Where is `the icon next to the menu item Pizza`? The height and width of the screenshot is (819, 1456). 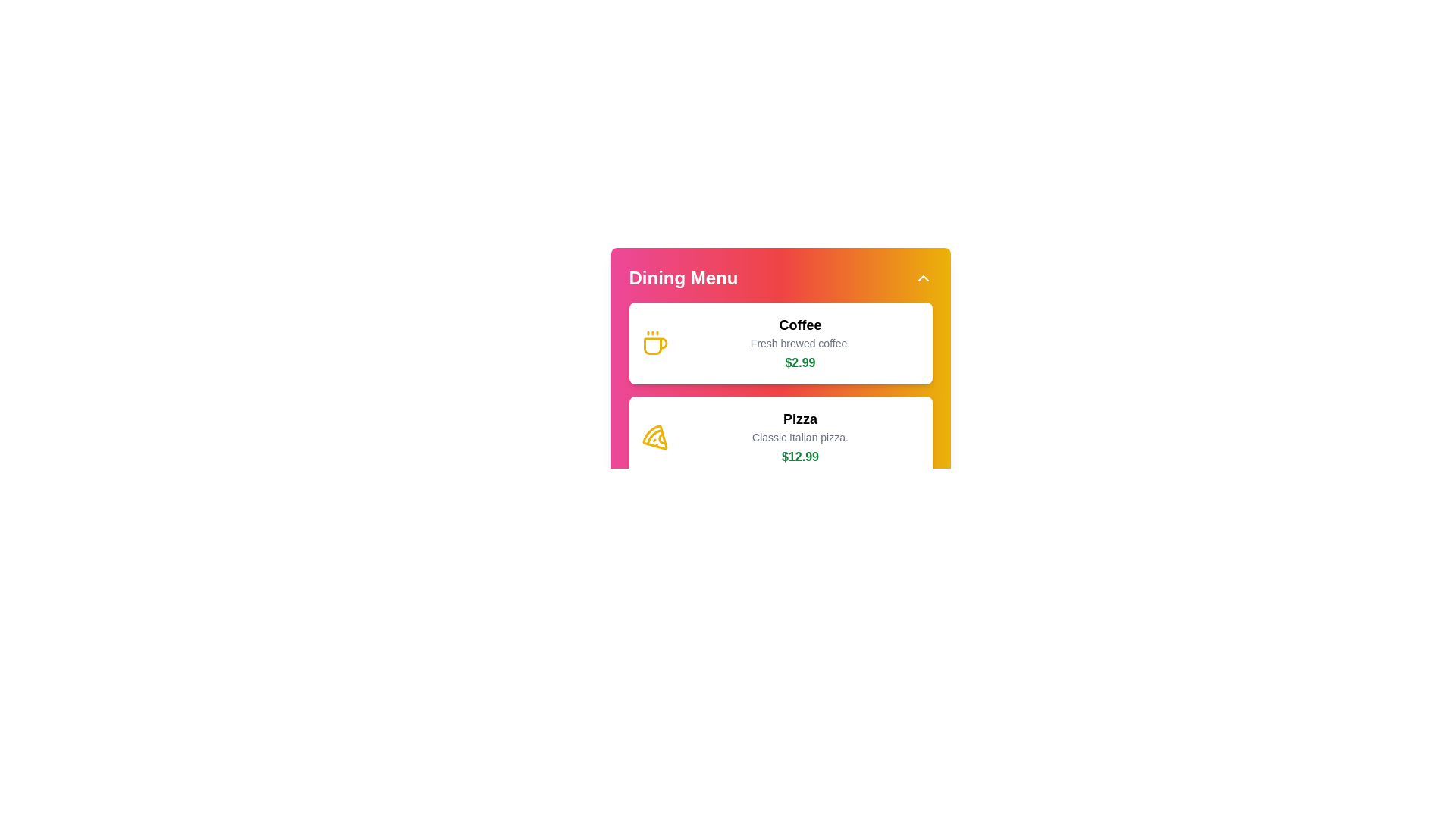 the icon next to the menu item Pizza is located at coordinates (654, 438).